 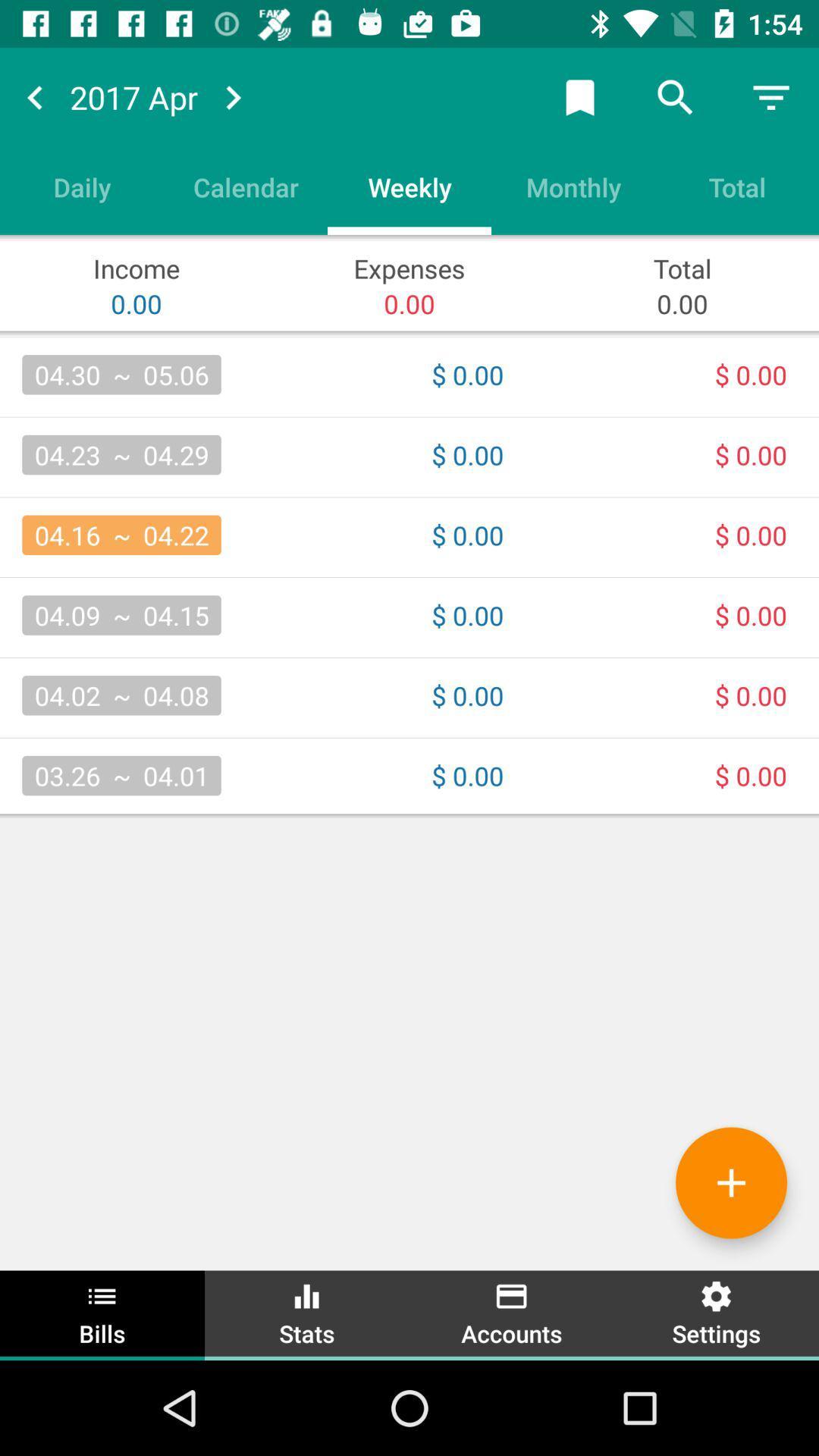 What do you see at coordinates (730, 1182) in the screenshot?
I see `the add icon` at bounding box center [730, 1182].